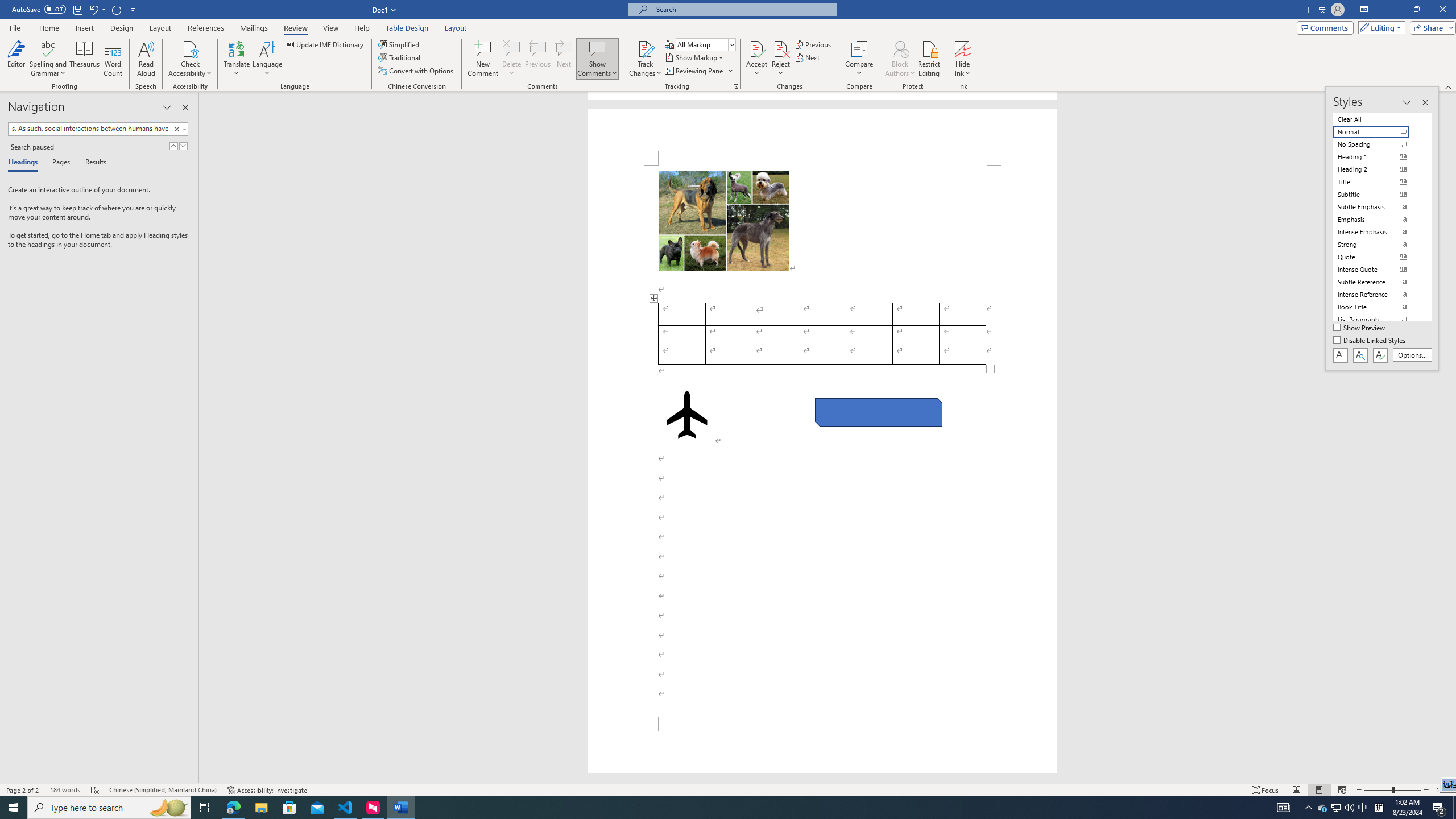  What do you see at coordinates (695, 56) in the screenshot?
I see `'Show Markup'` at bounding box center [695, 56].